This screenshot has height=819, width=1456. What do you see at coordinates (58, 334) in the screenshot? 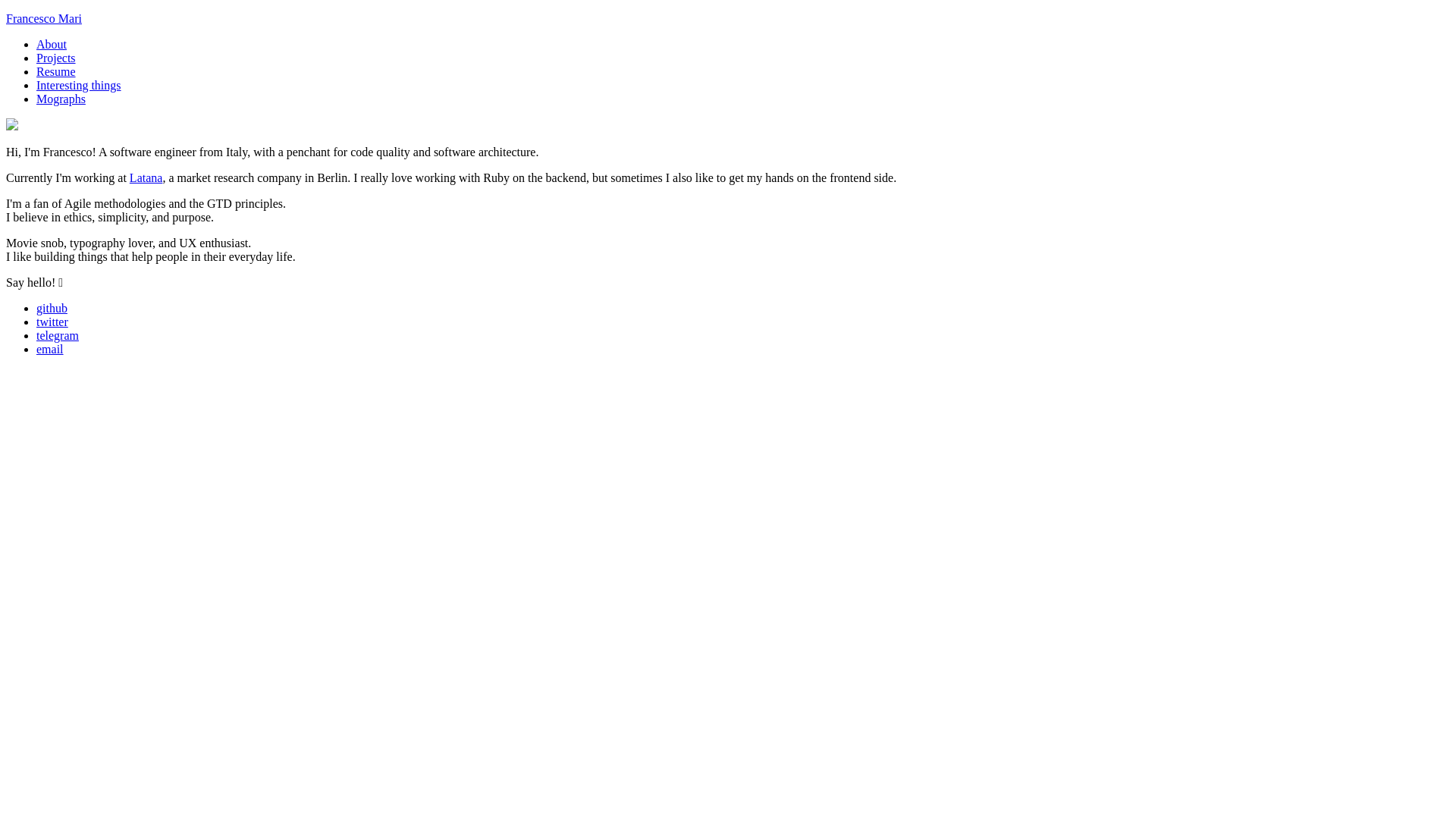
I see `'telegram'` at bounding box center [58, 334].